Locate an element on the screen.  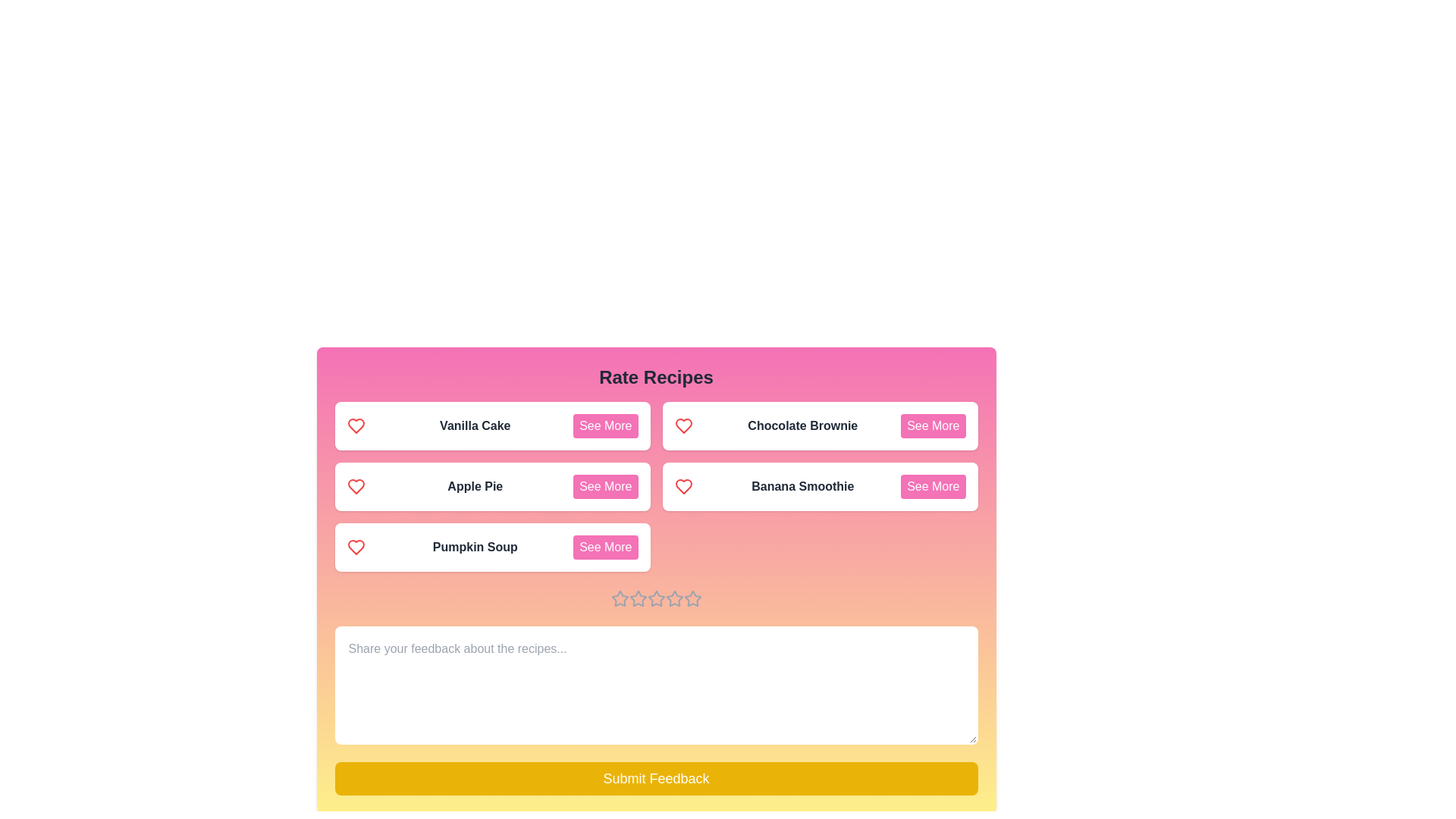
the 'See More' button for the recipe Pumpkin Soup is located at coordinates (604, 547).